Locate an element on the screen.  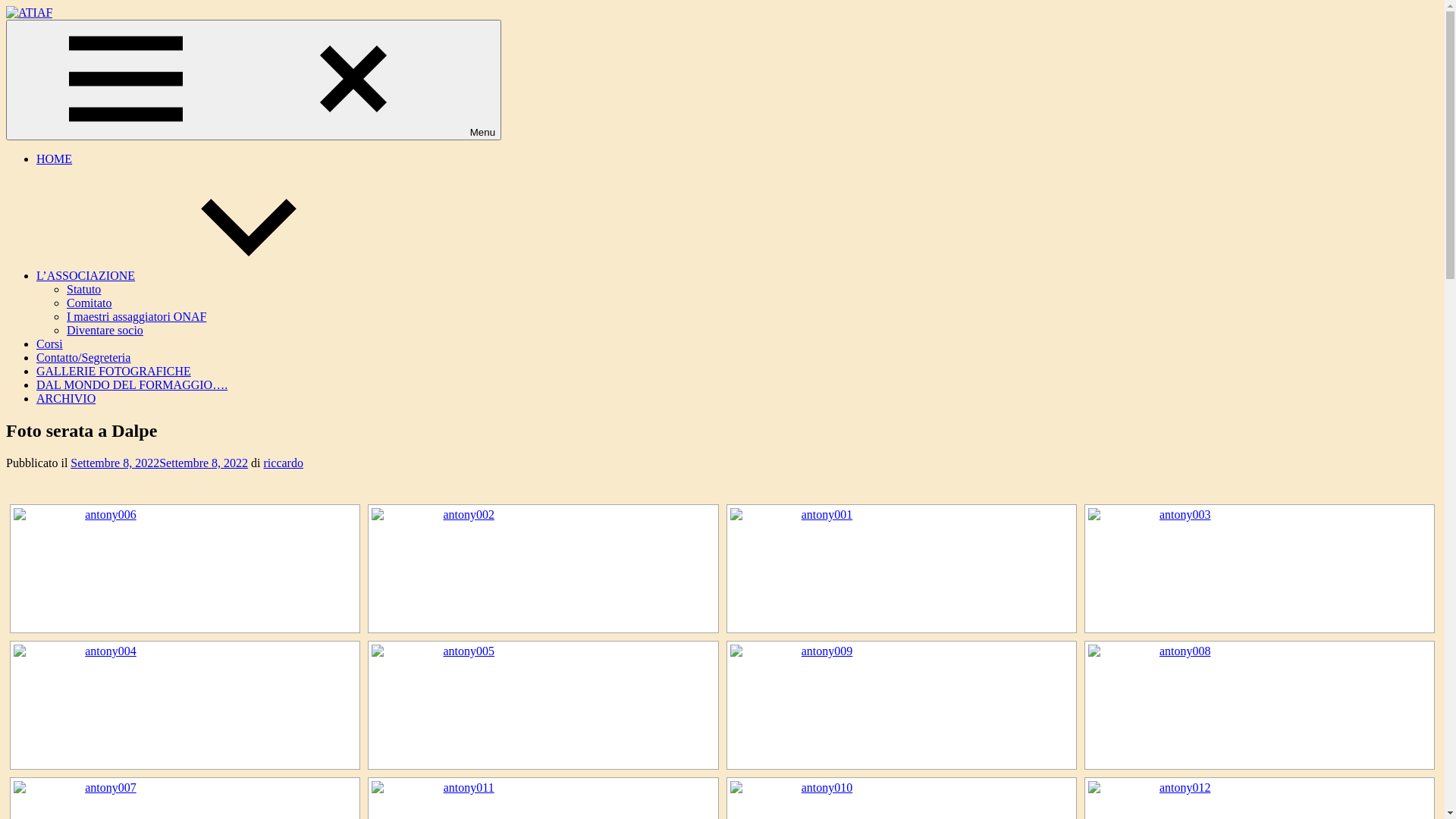
'antony005' is located at coordinates (461, 704).